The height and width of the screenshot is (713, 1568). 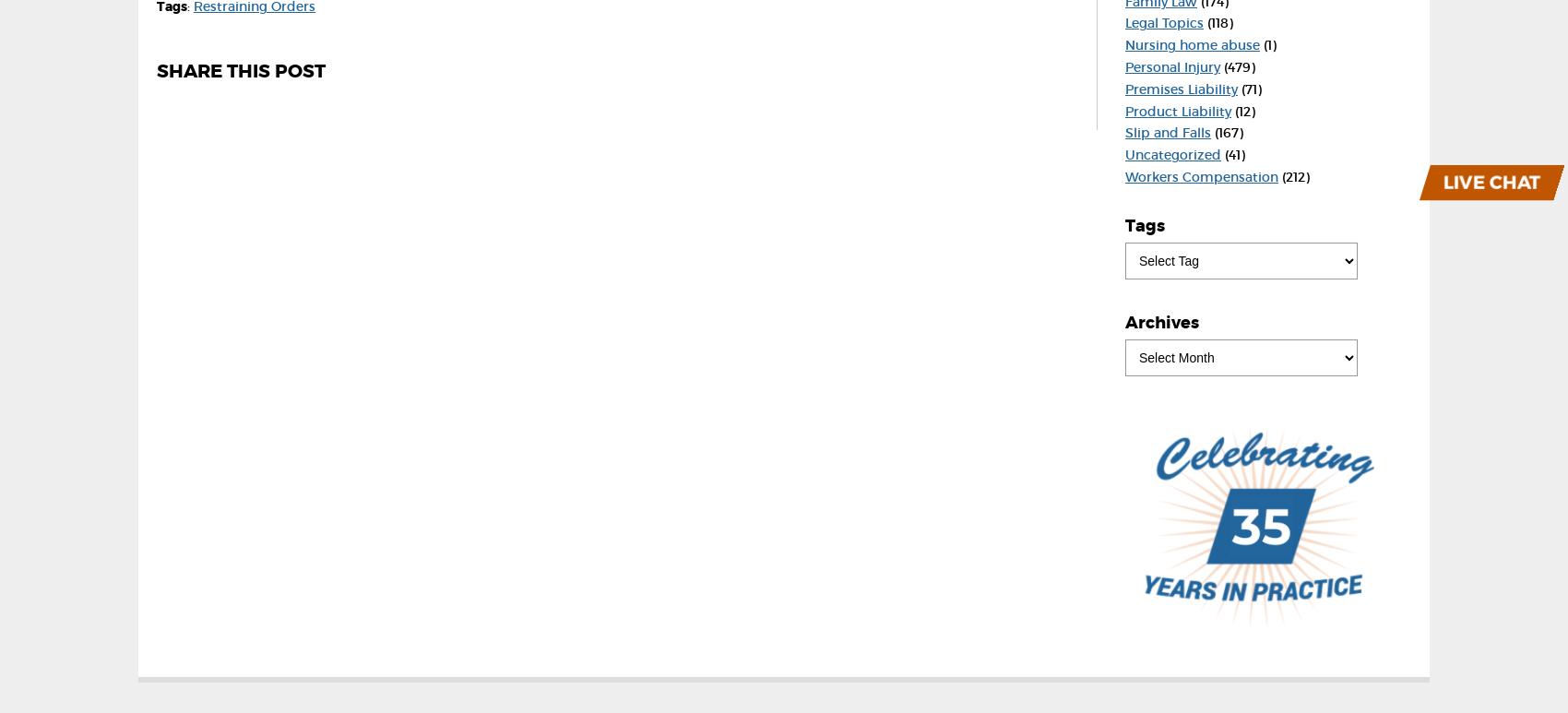 I want to click on 'Uncategorized', so click(x=1171, y=154).